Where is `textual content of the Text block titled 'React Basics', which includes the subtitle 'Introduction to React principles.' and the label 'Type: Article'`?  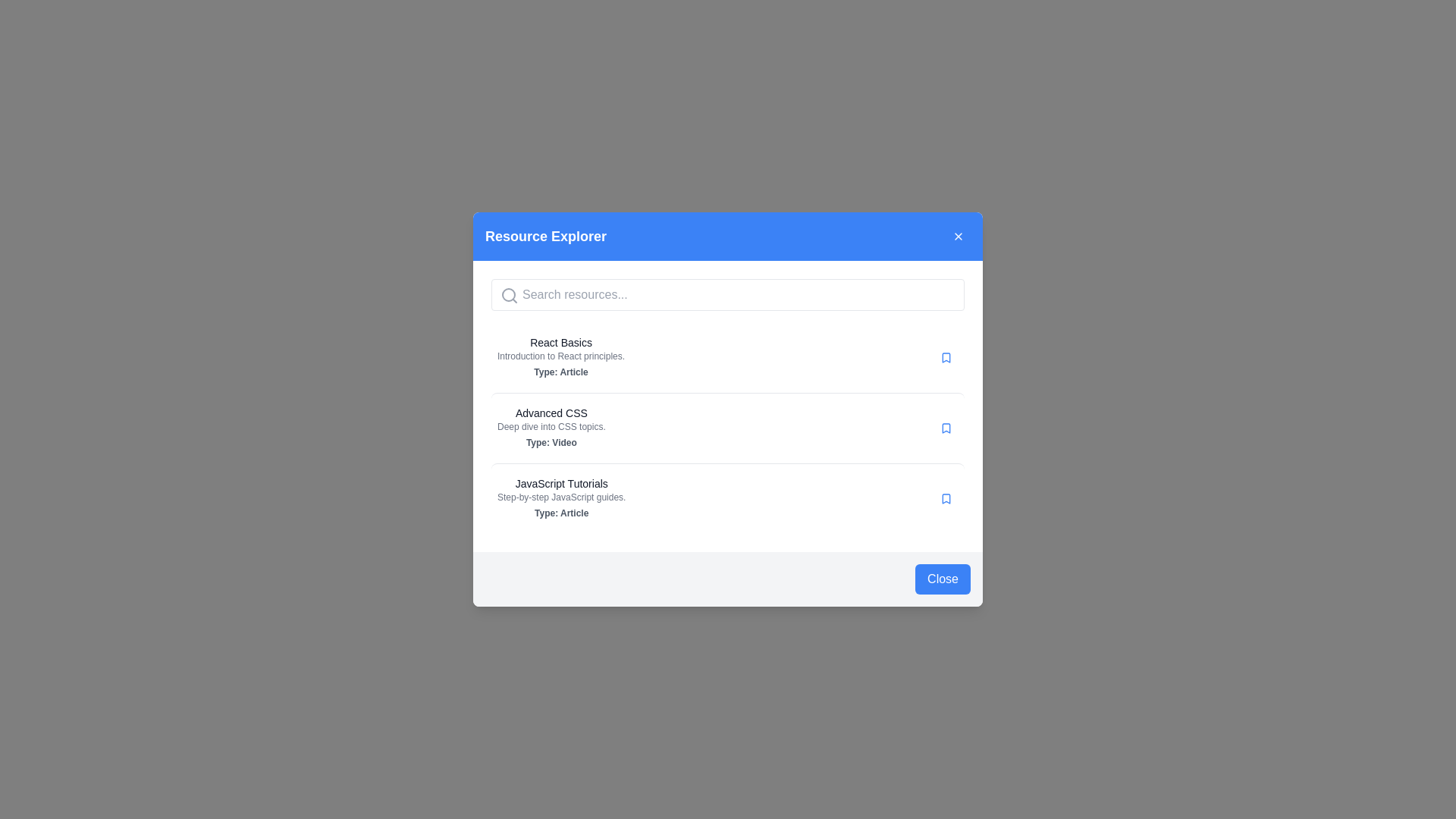 textual content of the Text block titled 'React Basics', which includes the subtitle 'Introduction to React principles.' and the label 'Type: Article' is located at coordinates (560, 357).